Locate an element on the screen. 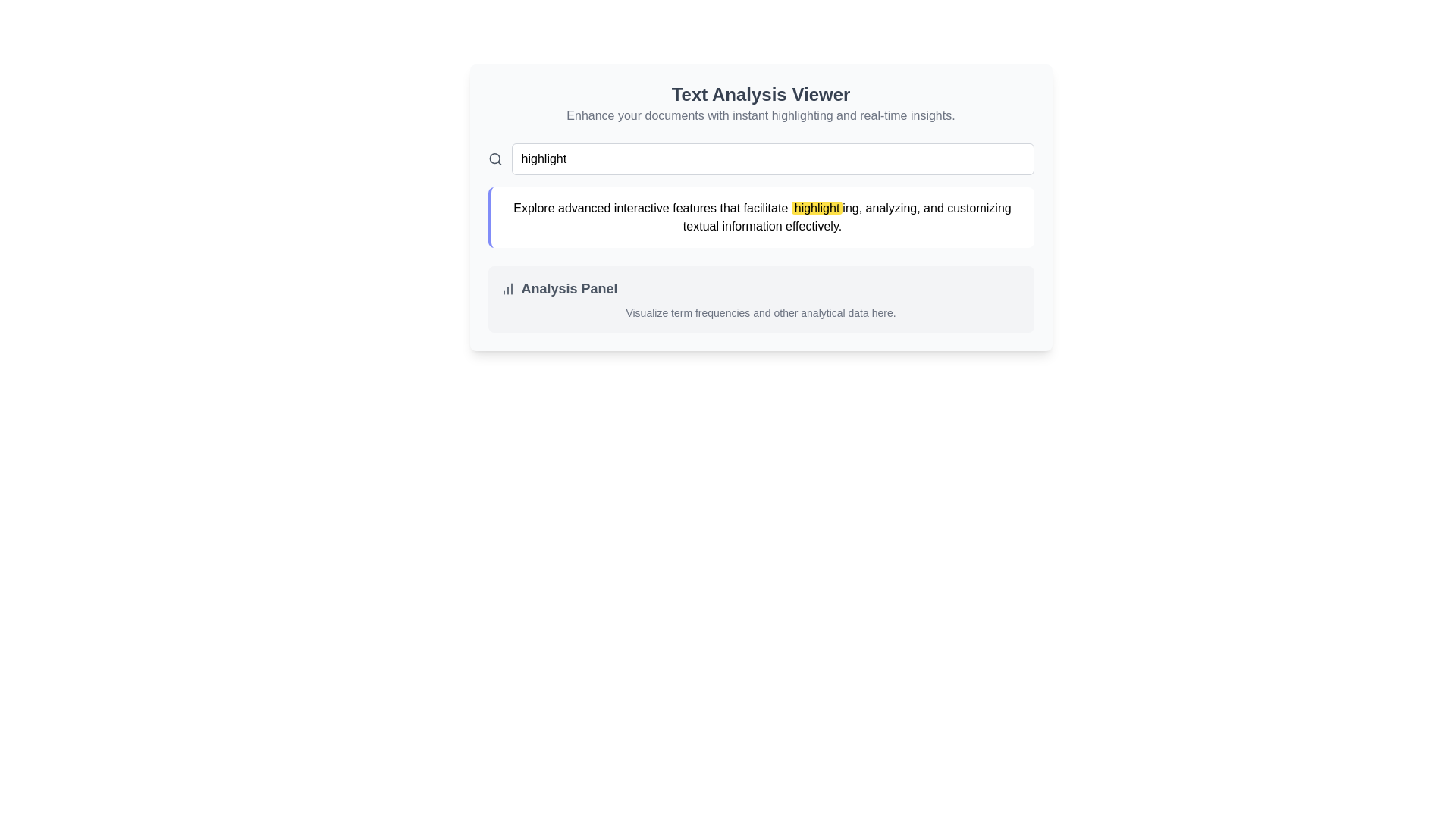  the Header text that serves as the primary title for the page, indicating the main functionality of the text analysis interface is located at coordinates (761, 94).